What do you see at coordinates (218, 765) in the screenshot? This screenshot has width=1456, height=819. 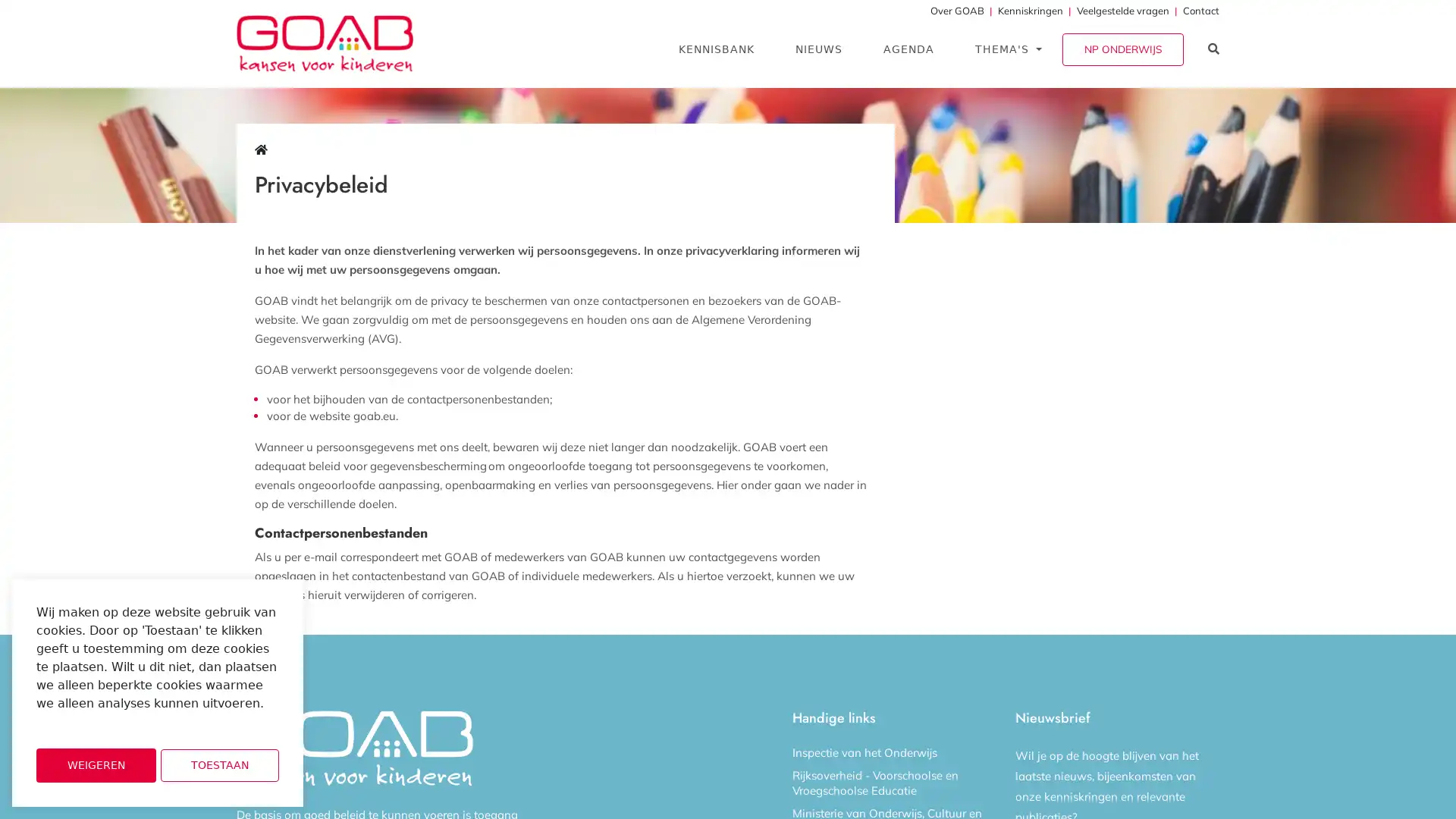 I see `allow cookies` at bounding box center [218, 765].